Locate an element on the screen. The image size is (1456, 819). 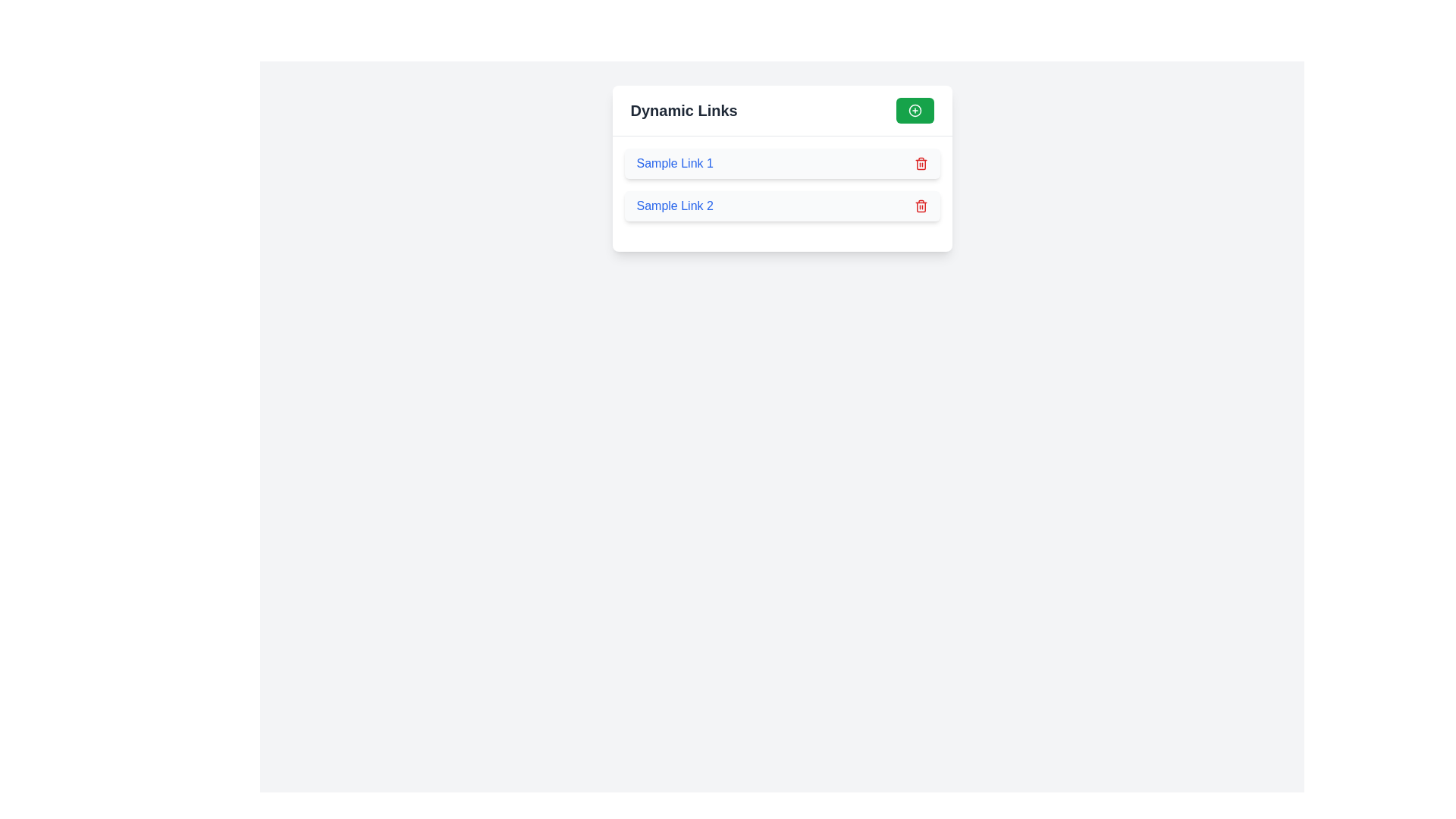
the delete button represented by a red-bordered trash icon adjacent to the 'Sample Link 2' text label is located at coordinates (920, 206).